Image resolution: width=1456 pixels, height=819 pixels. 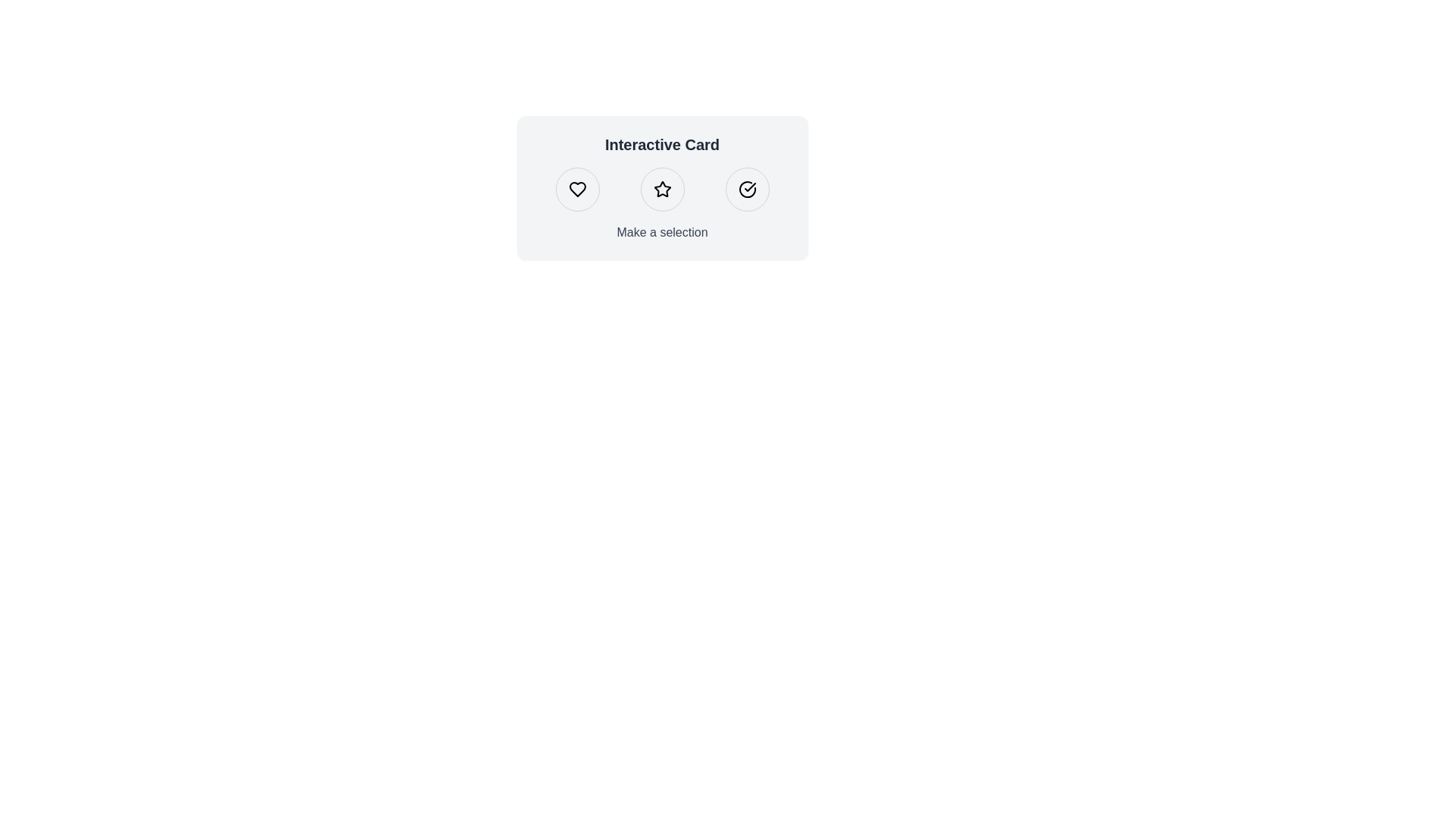 I want to click on the star-shaped icon button with a black outline, located in the center of a panel between a heart-shaped button and a checkmark button, so click(x=662, y=189).